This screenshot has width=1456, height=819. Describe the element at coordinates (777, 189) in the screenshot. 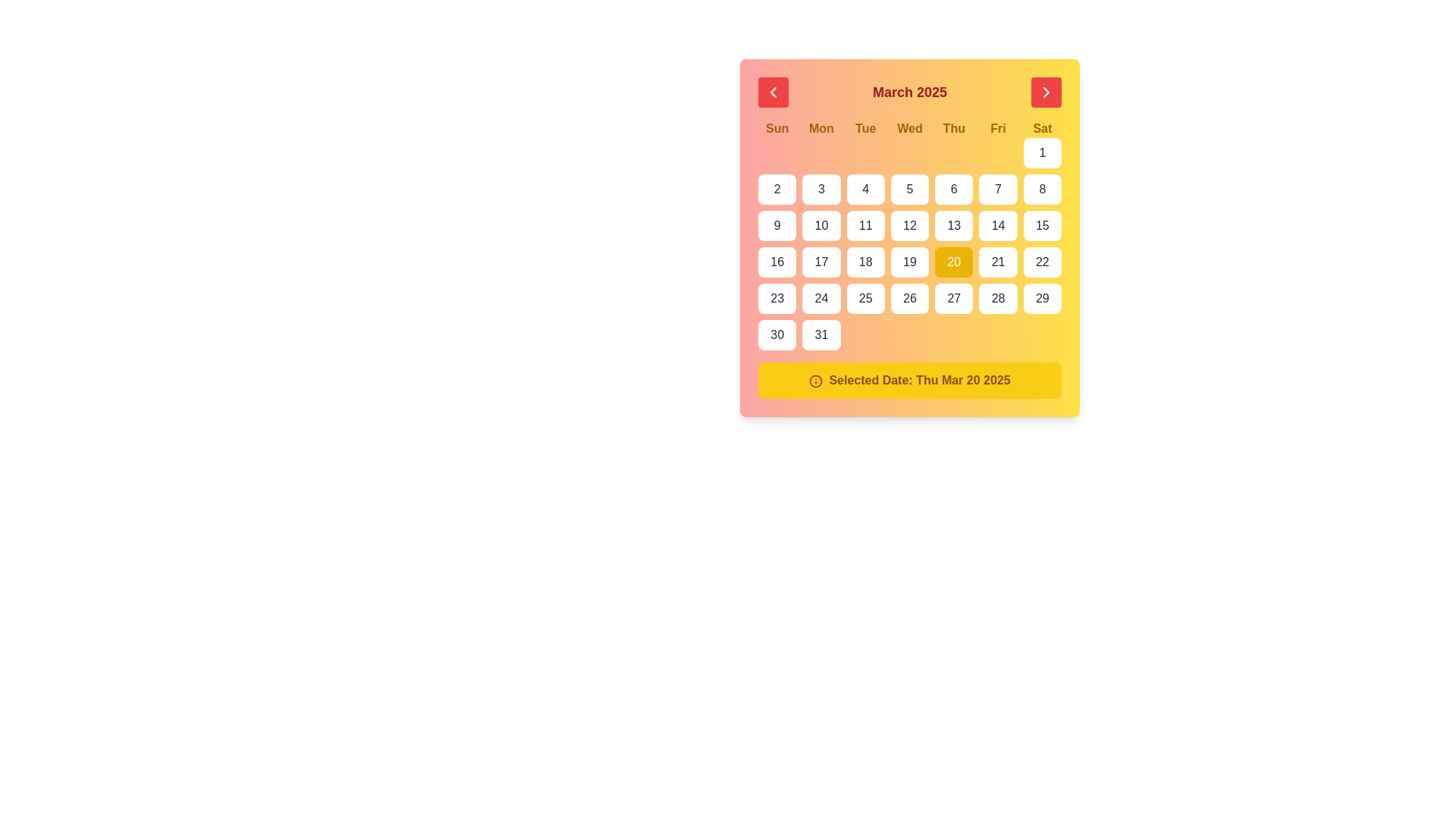

I see `the small rounded rectangular button with a white background and the number '2' centered inside it` at that location.